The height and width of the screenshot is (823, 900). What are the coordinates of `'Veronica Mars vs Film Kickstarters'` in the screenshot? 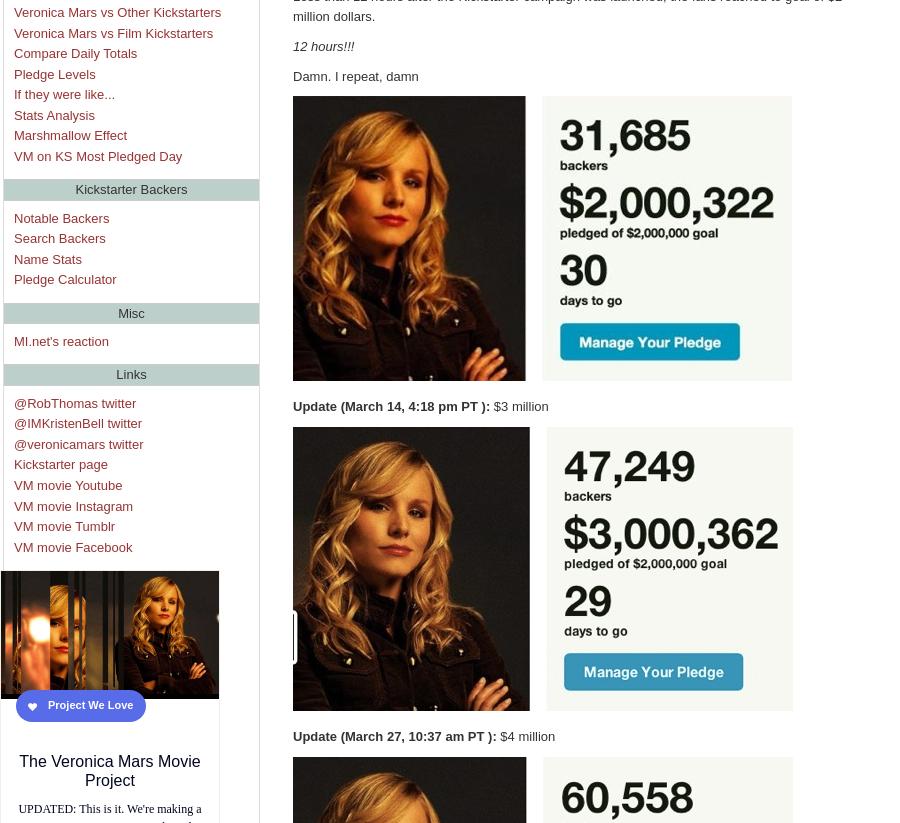 It's located at (113, 31).